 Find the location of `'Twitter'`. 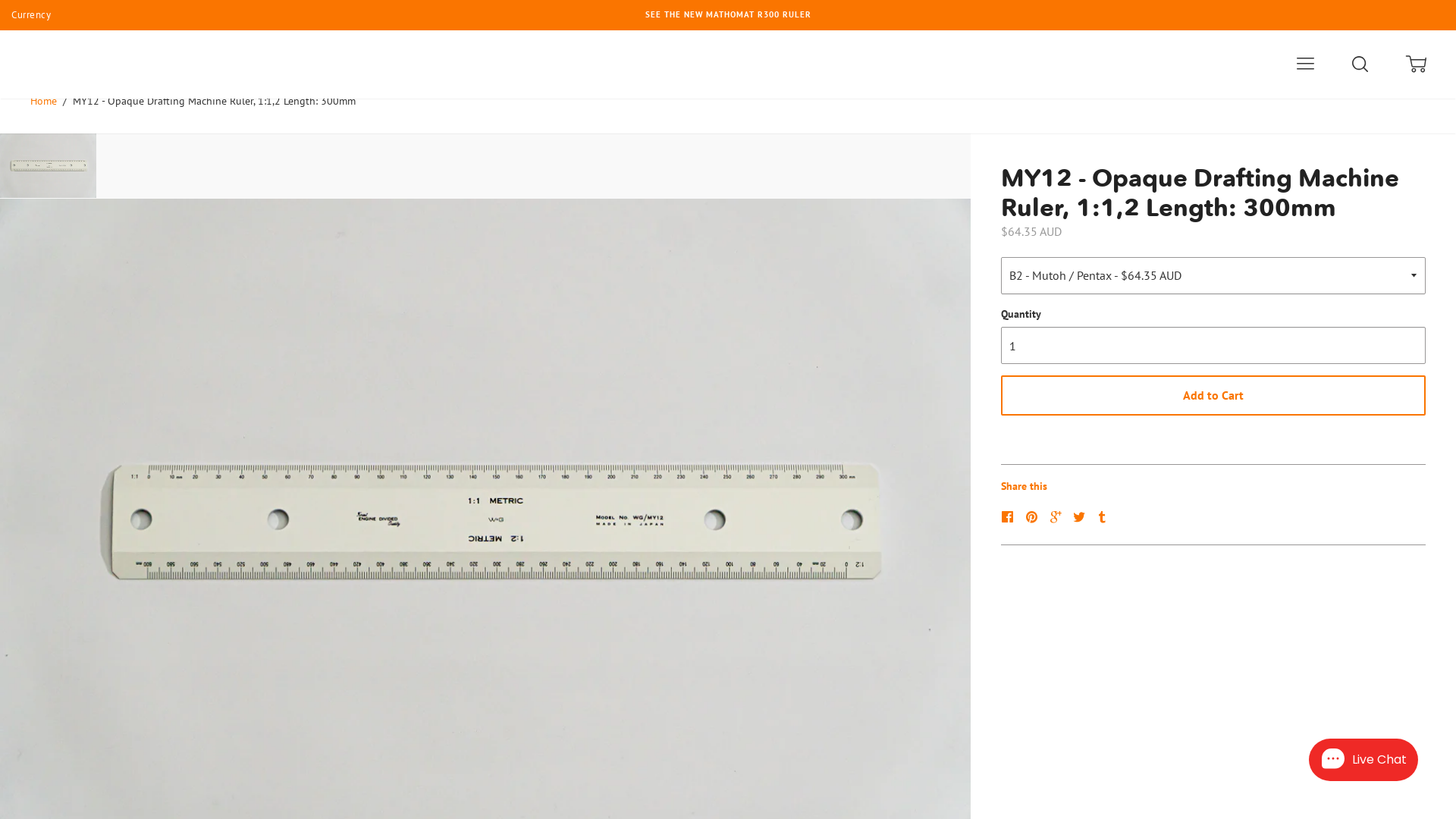

'Twitter' is located at coordinates (1080, 516).